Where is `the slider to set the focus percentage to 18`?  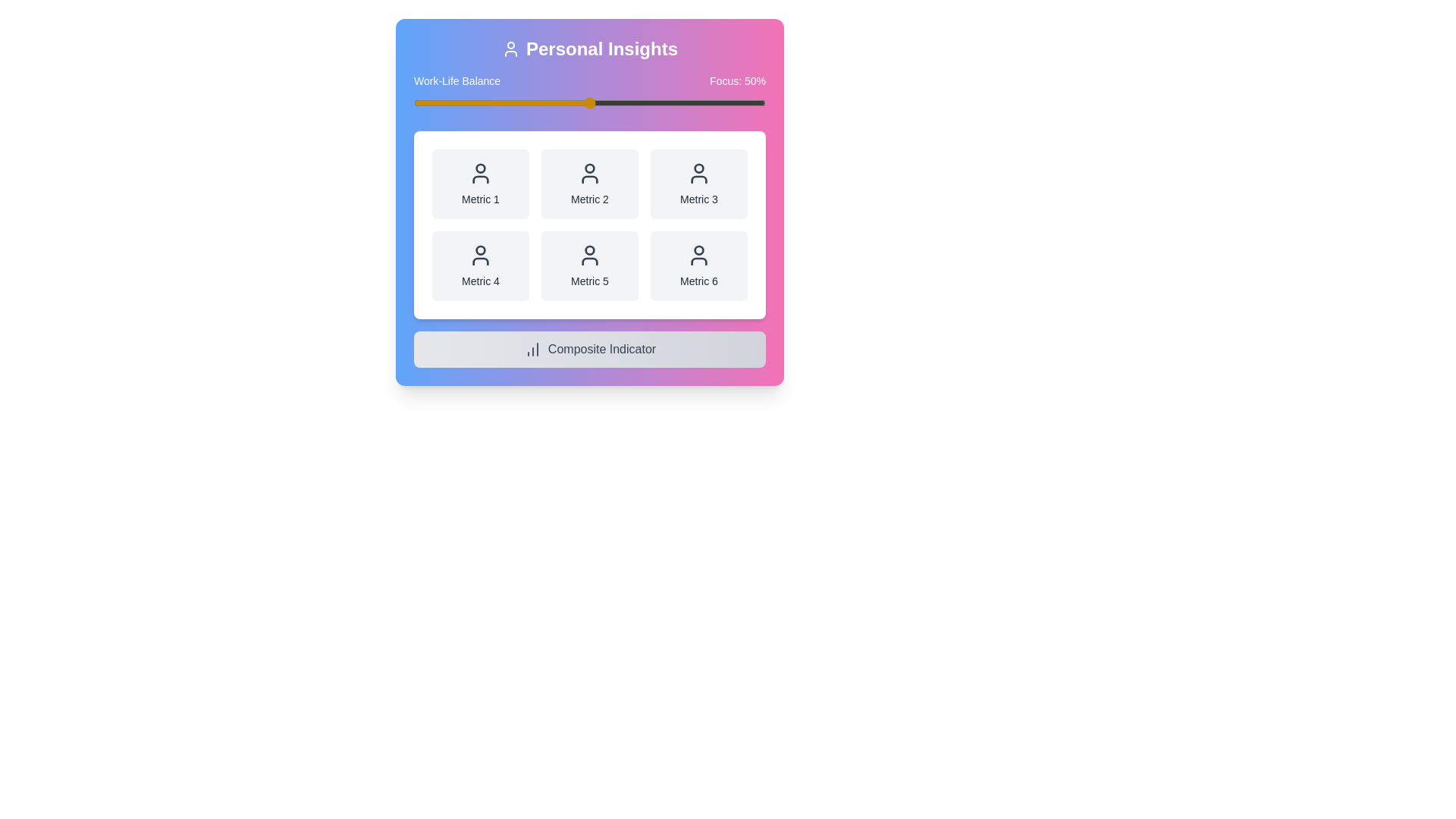 the slider to set the focus percentage to 18 is located at coordinates (476, 102).